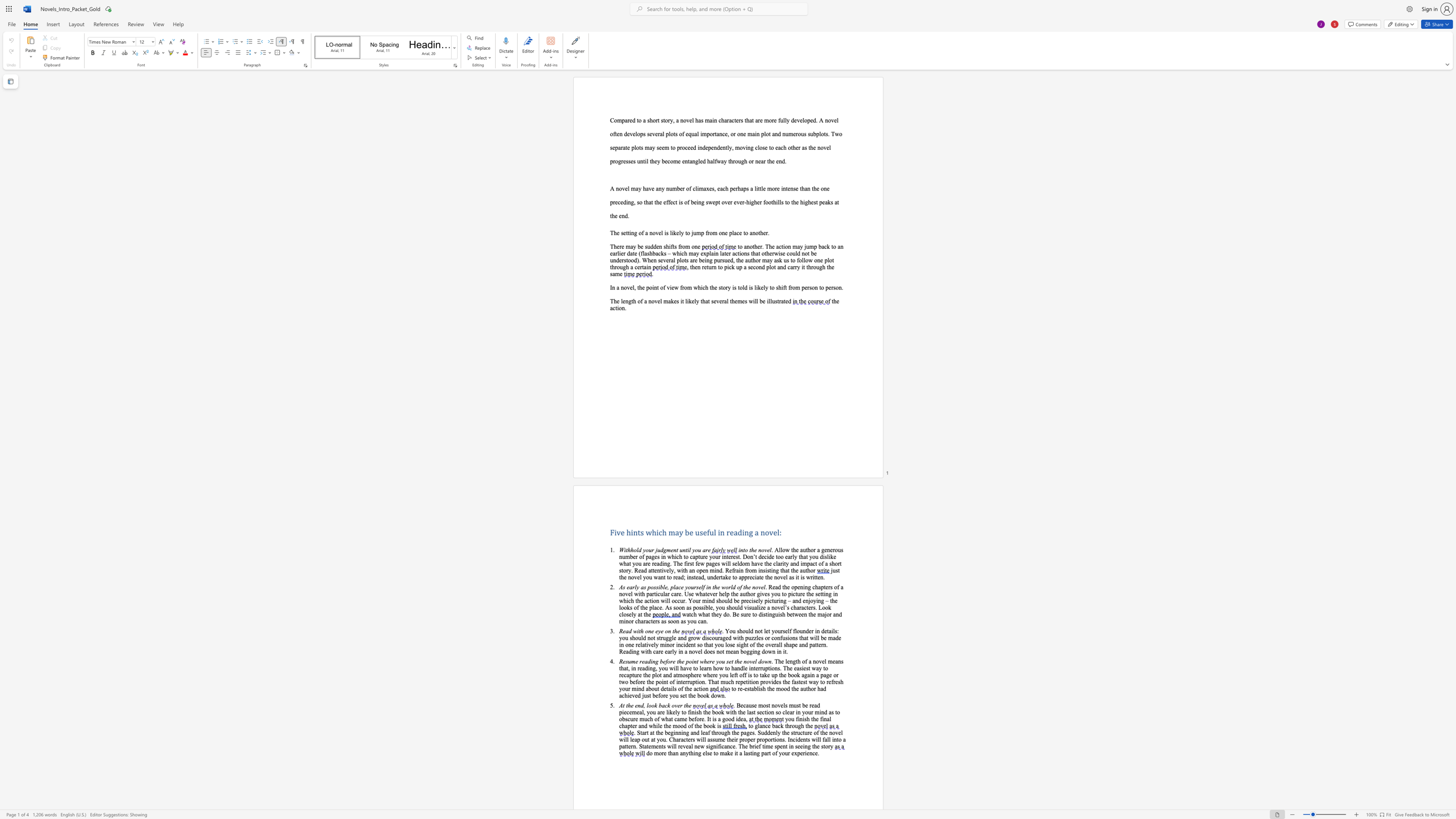  What do you see at coordinates (655, 644) in the screenshot?
I see `the subset text "y min" within the text "relatively minor"` at bounding box center [655, 644].